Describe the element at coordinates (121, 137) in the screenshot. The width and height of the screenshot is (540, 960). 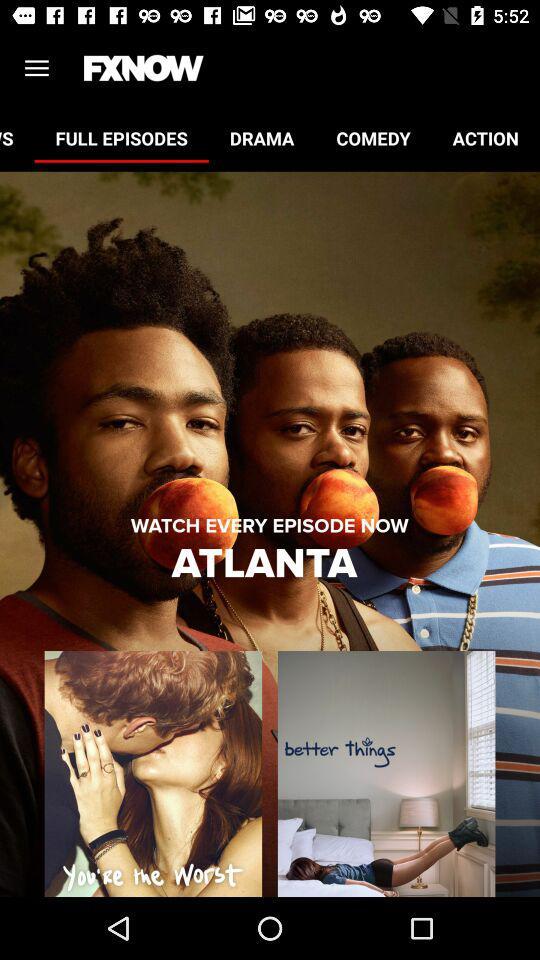
I see `full episodes item` at that location.